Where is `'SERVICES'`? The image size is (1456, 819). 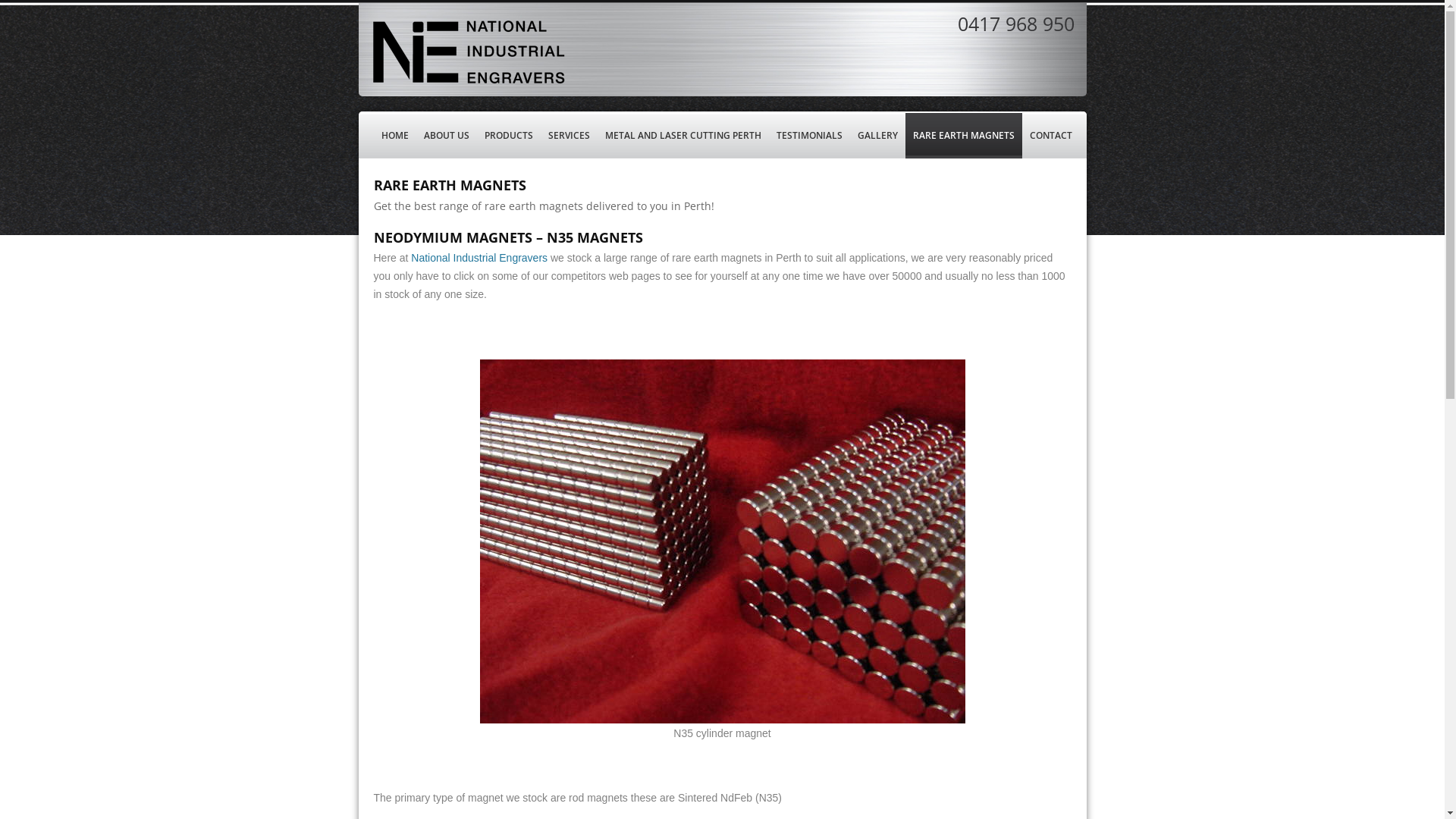 'SERVICES' is located at coordinates (567, 134).